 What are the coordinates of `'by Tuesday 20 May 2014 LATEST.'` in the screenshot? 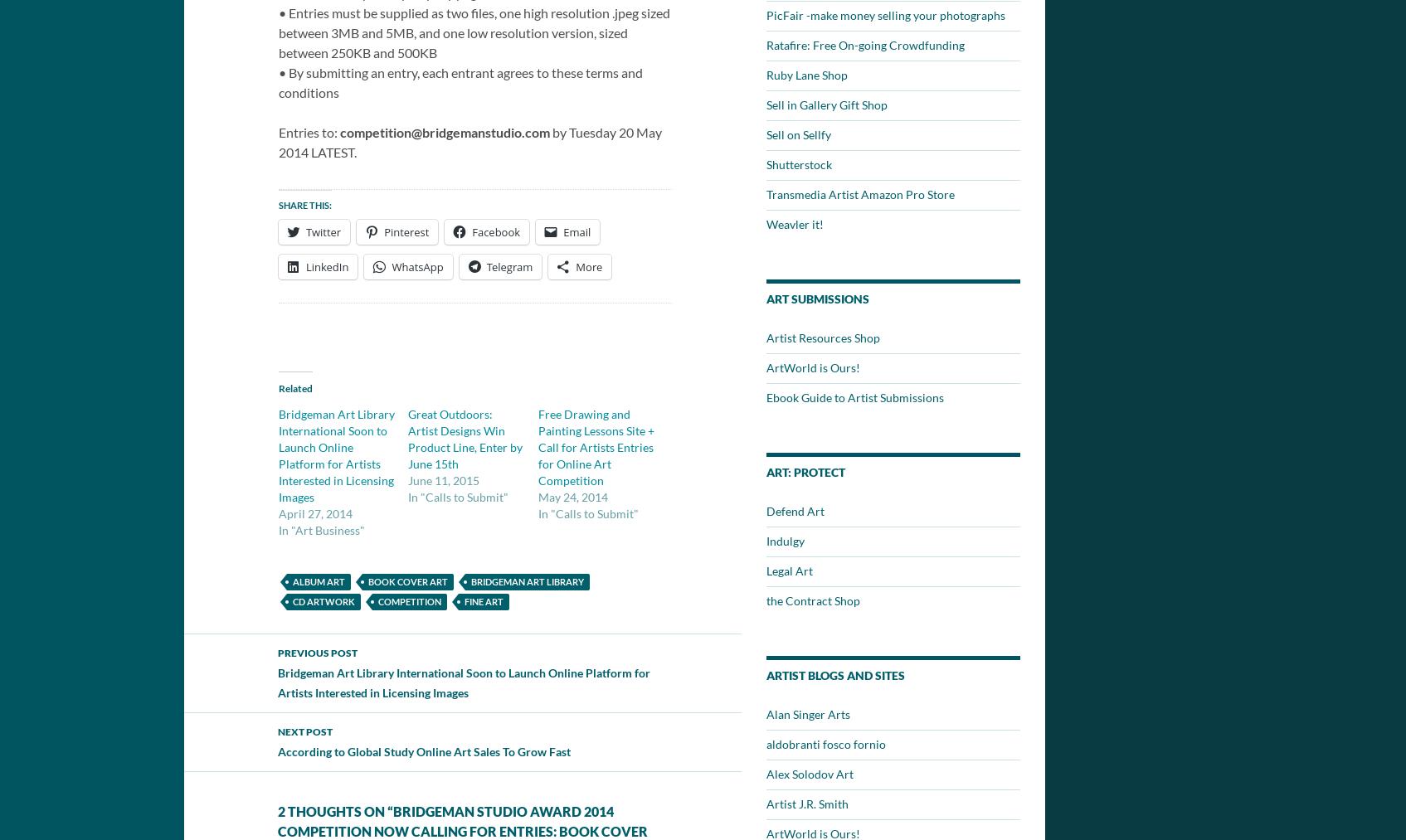 It's located at (469, 142).